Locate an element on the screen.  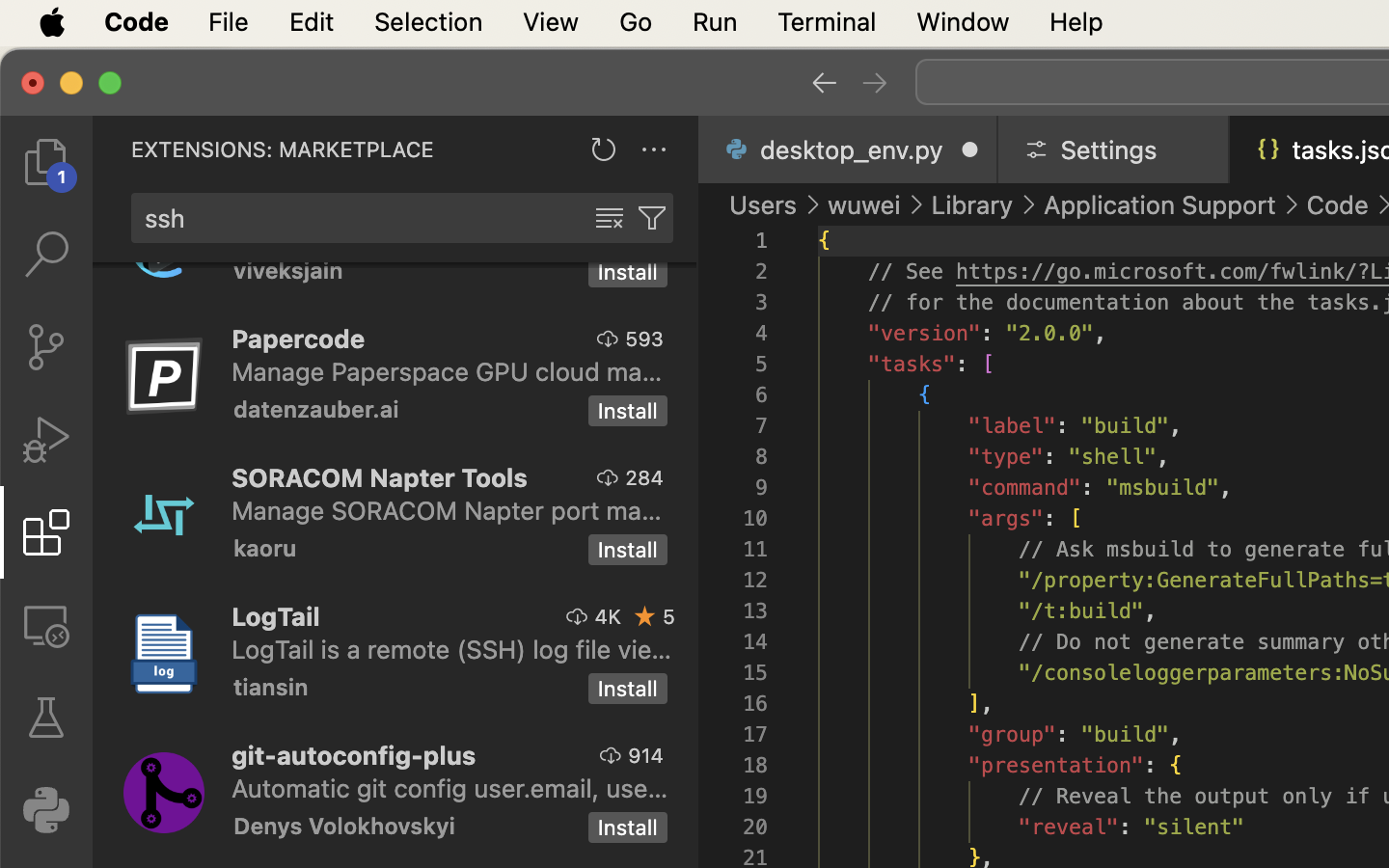
'' is located at coordinates (645, 616).